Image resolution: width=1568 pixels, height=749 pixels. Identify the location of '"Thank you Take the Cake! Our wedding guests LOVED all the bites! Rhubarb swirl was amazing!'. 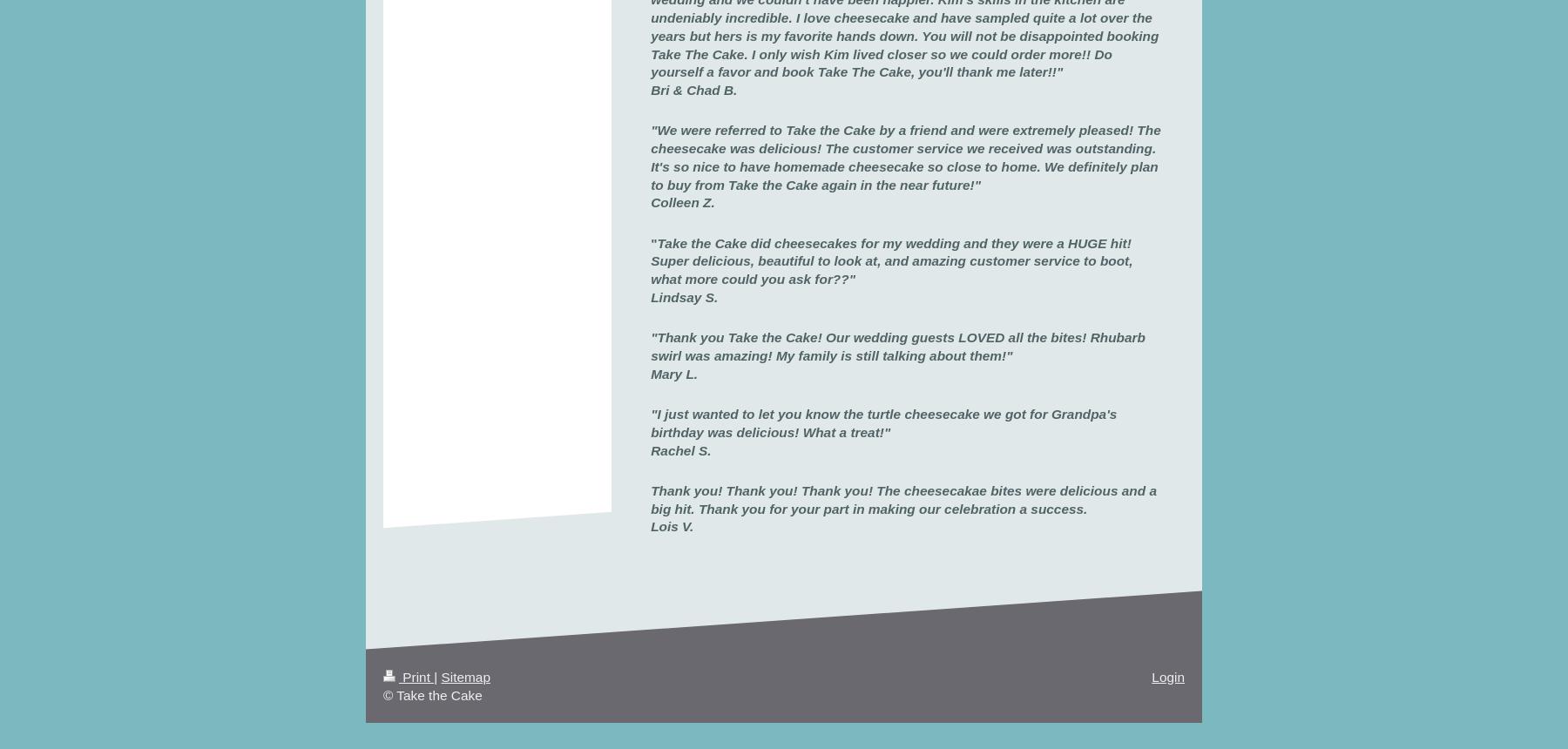
(897, 346).